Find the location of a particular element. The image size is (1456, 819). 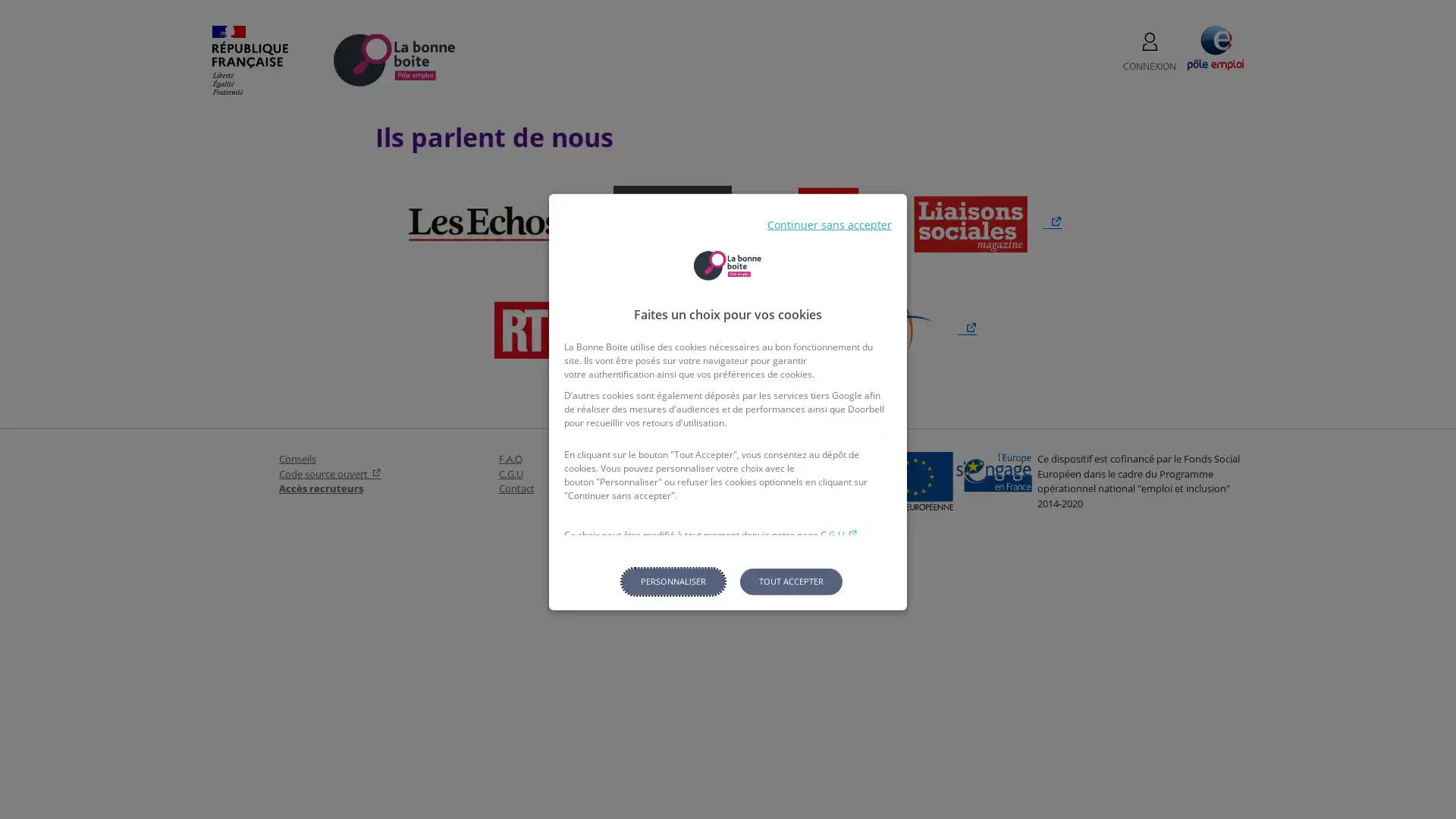

Tout accepter is located at coordinates (789, 580).